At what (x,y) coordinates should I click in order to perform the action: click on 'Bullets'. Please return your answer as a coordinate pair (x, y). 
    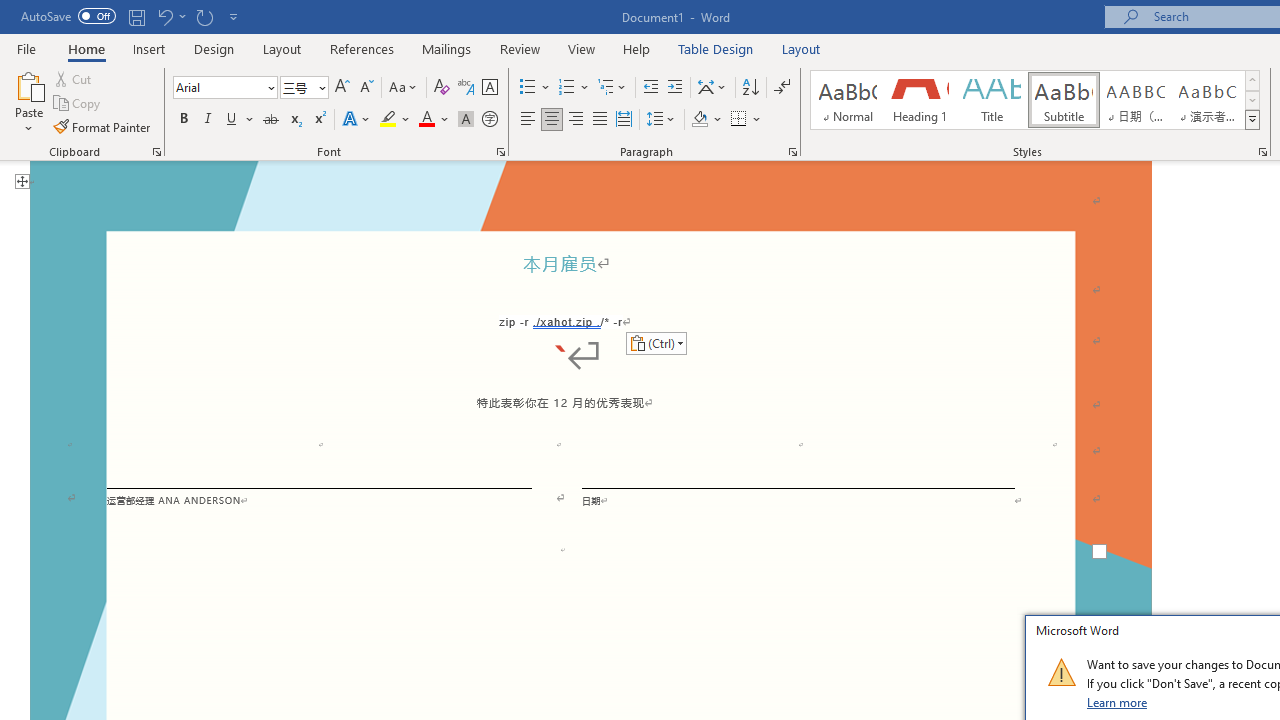
    Looking at the image, I should click on (535, 86).